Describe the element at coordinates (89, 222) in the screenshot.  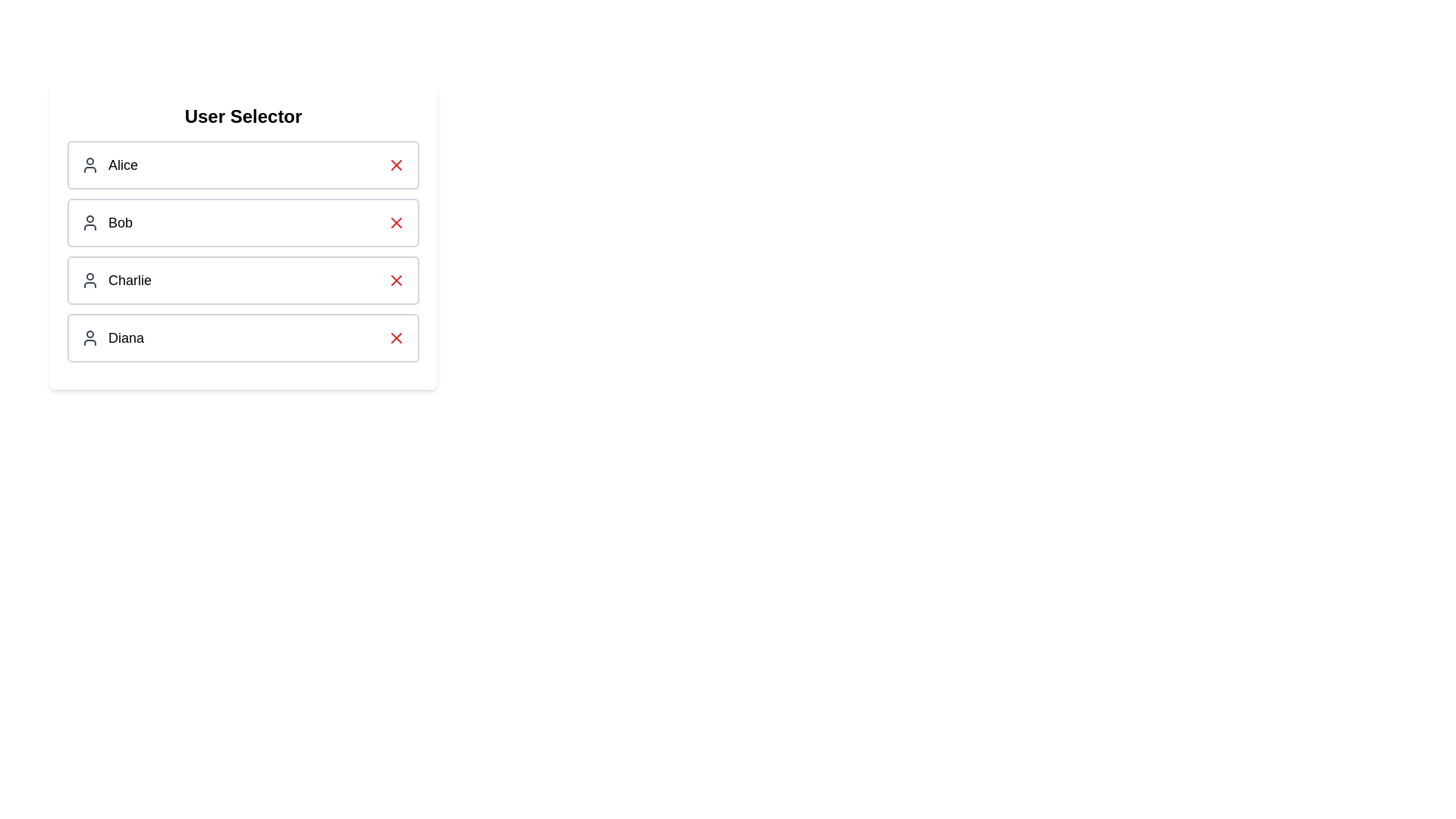
I see `the user Bob by clicking on their icon` at that location.